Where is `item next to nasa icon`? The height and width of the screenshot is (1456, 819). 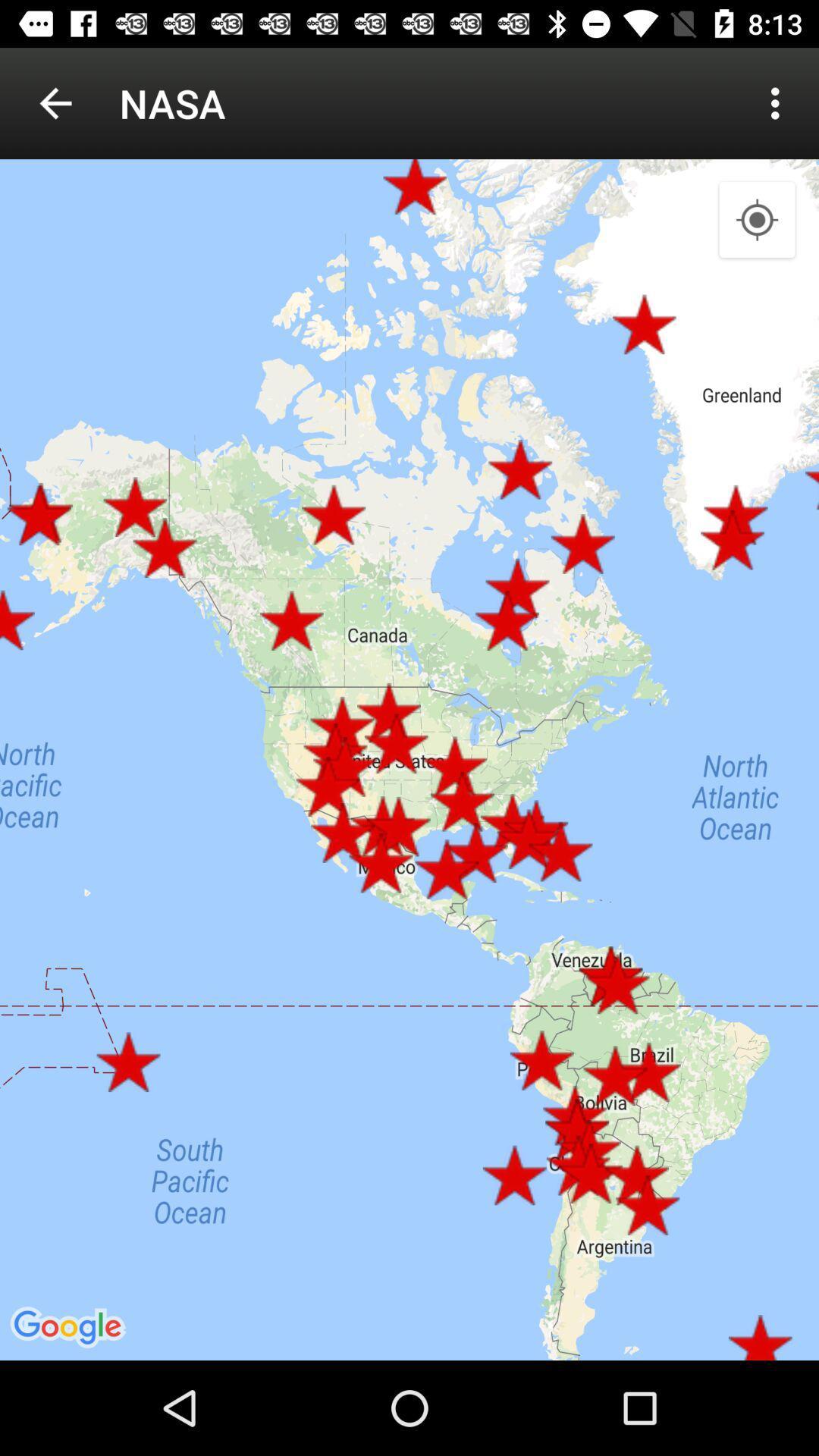 item next to nasa icon is located at coordinates (779, 102).